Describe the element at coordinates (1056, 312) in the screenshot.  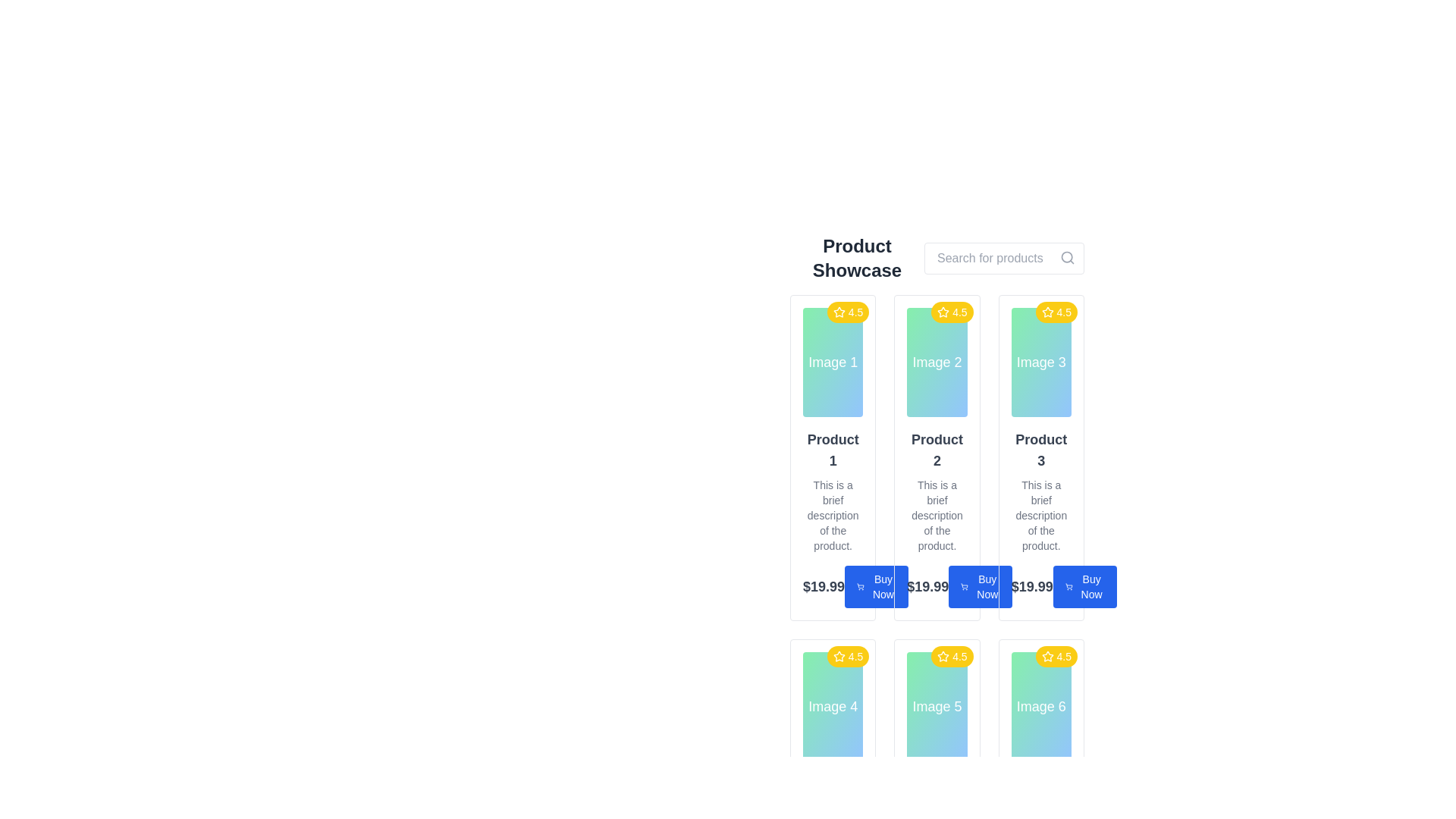
I see `the Rating Badge, a circular badge with a yellow background and a star icon, located at the top-right corner of 'Product 3' card` at that location.